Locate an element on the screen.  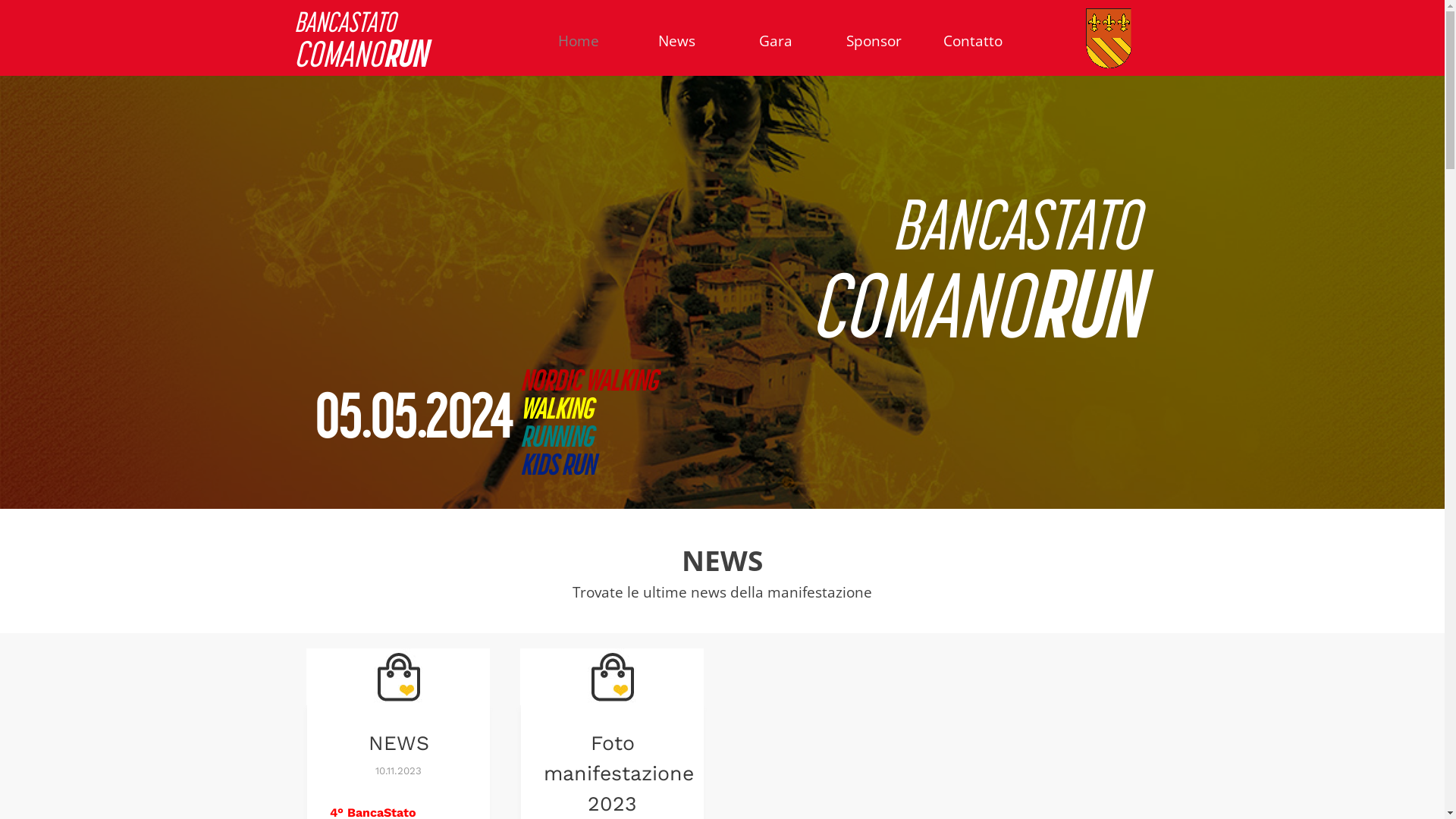
'Home' is located at coordinates (578, 39).